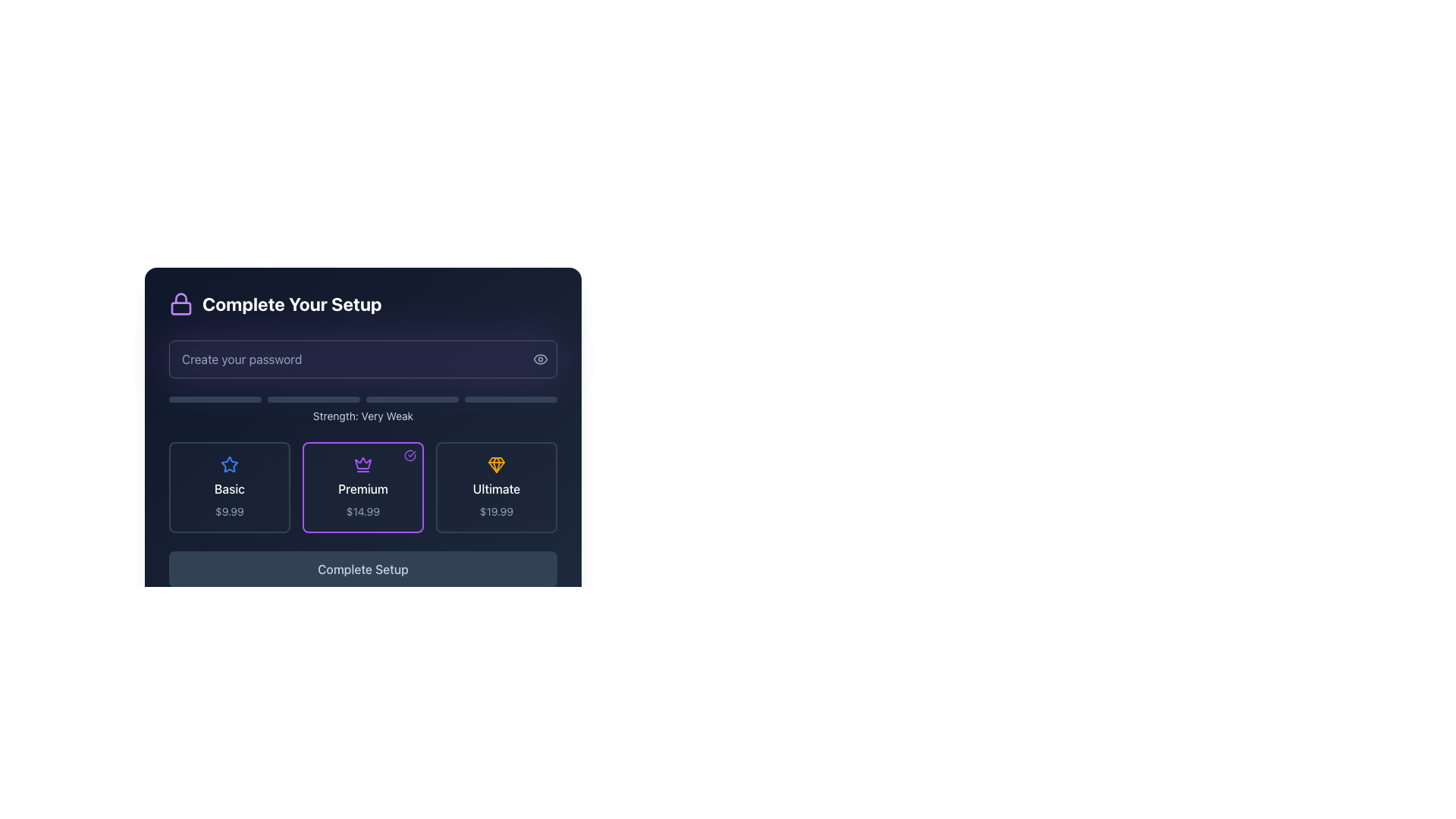  What do you see at coordinates (362, 416) in the screenshot?
I see `the text label displaying 'Strength: Very Weak', which is styled in small, muted gray text and located below the progress bars and above the pricing options section` at bounding box center [362, 416].